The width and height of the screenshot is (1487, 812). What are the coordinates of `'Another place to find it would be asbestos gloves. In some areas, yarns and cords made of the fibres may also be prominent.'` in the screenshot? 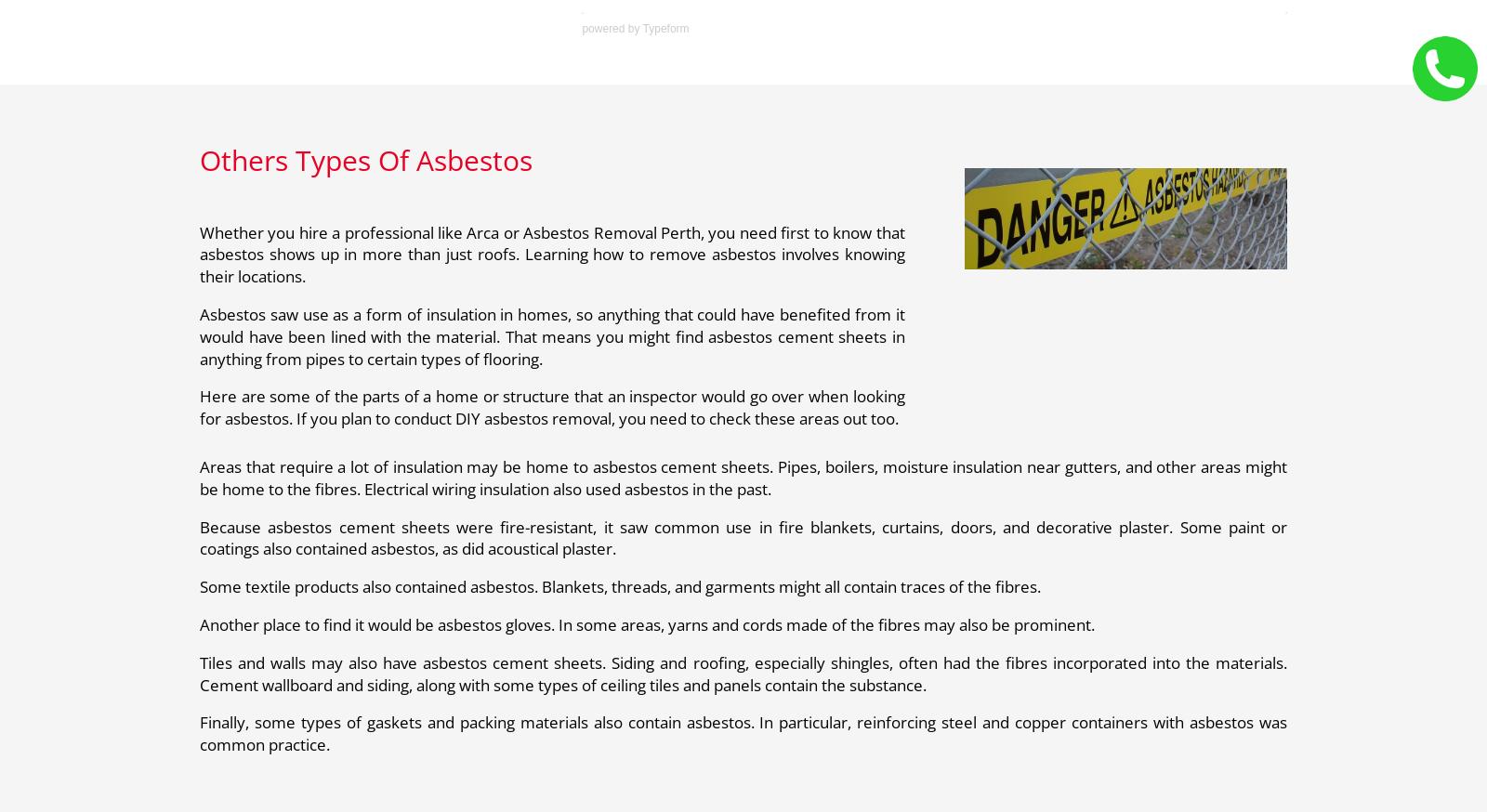 It's located at (647, 623).